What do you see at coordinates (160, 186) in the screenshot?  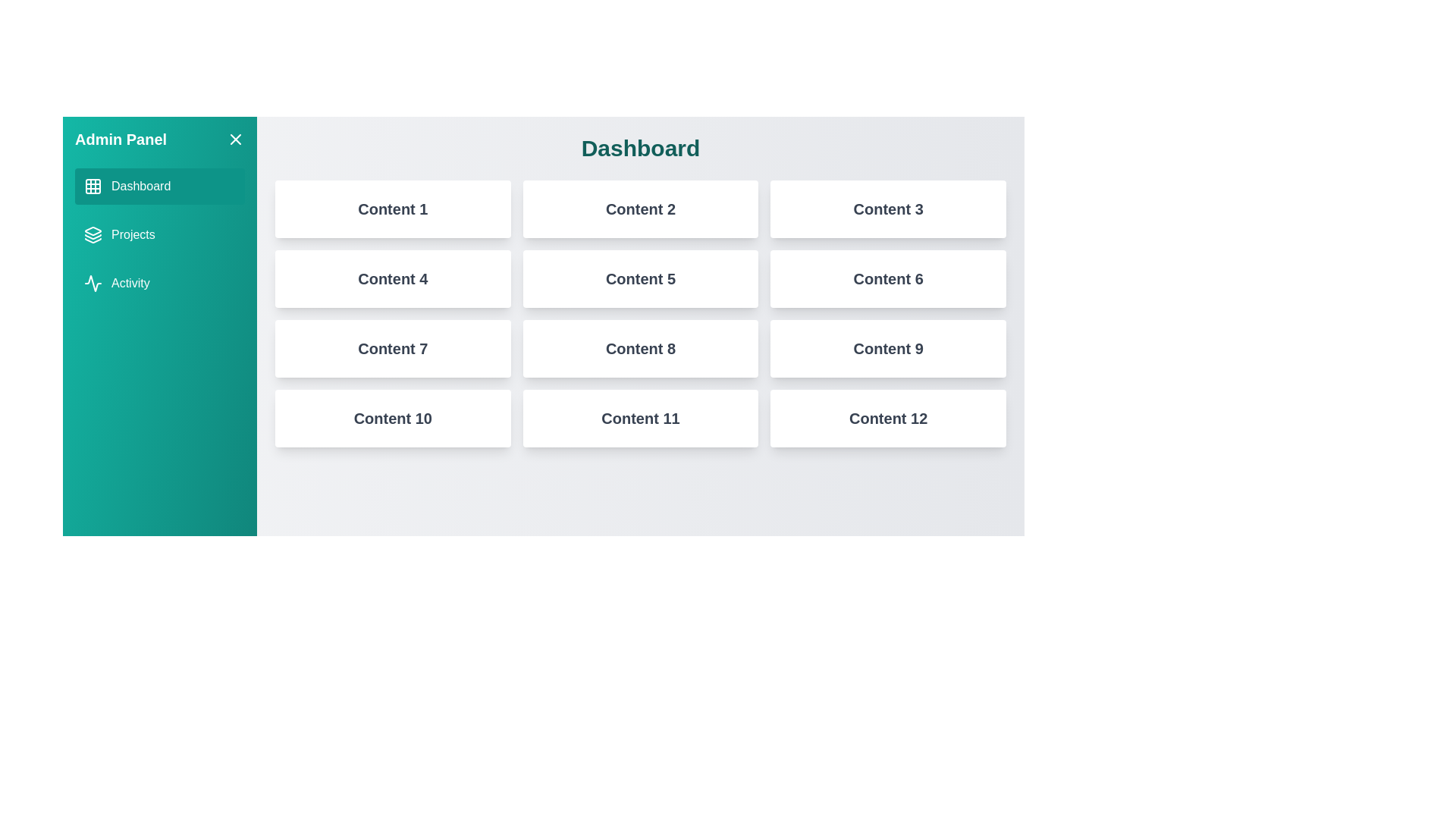 I see `the tab Dashboard from the menu` at bounding box center [160, 186].